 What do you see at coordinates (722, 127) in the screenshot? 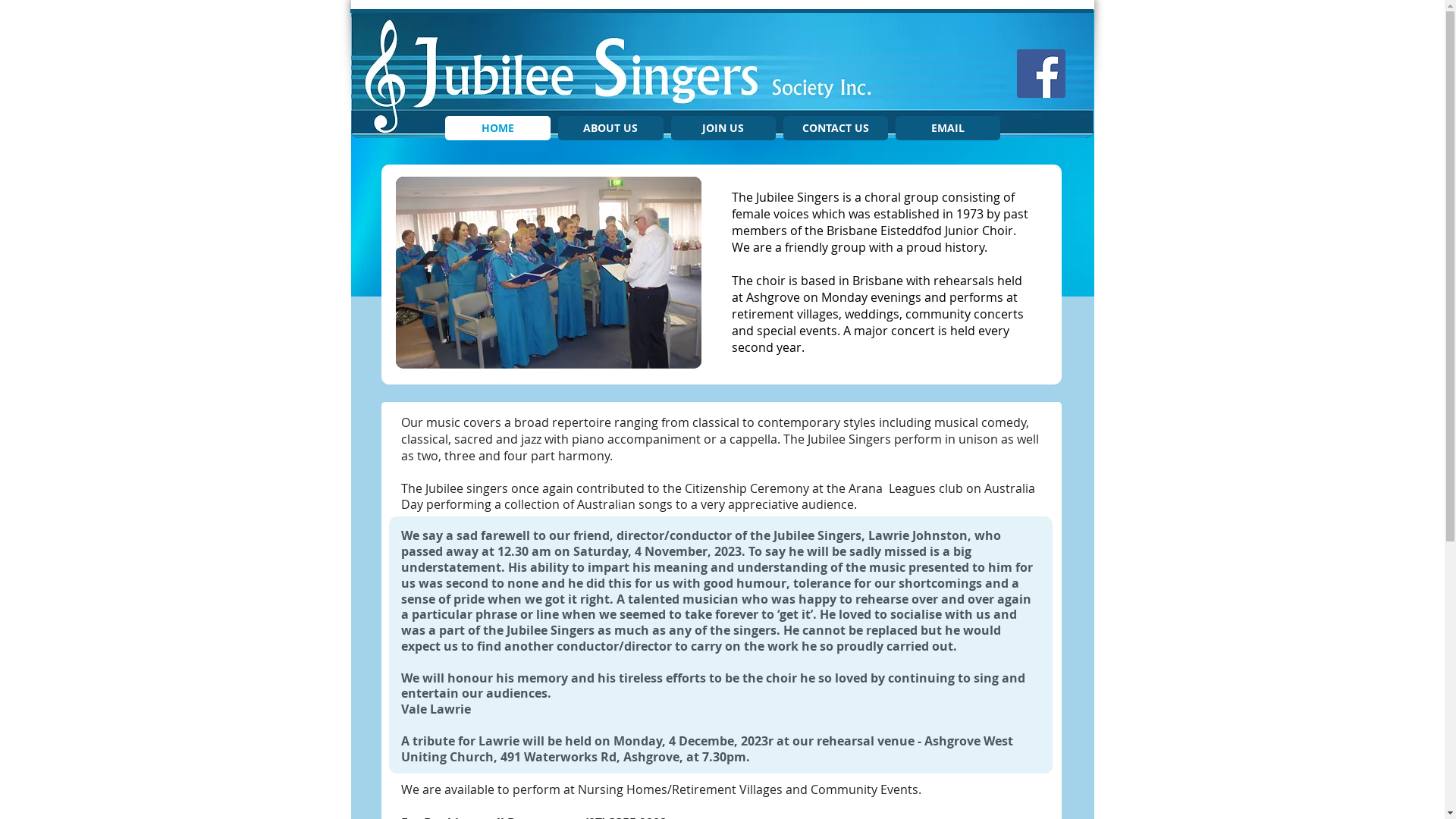
I see `'JOIN US'` at bounding box center [722, 127].